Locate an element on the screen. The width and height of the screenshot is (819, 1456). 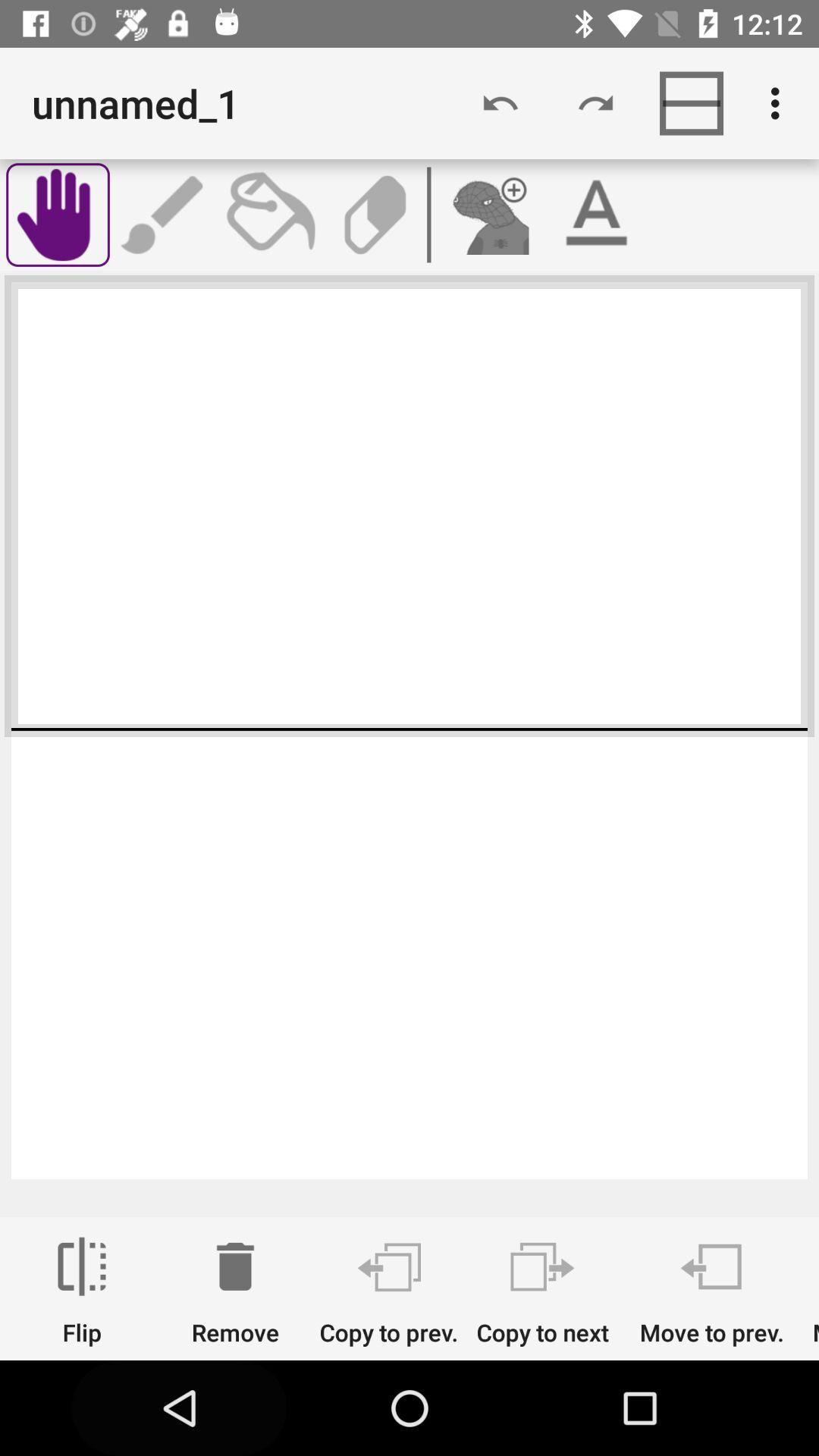
the item below unnamed_1 icon is located at coordinates (164, 214).